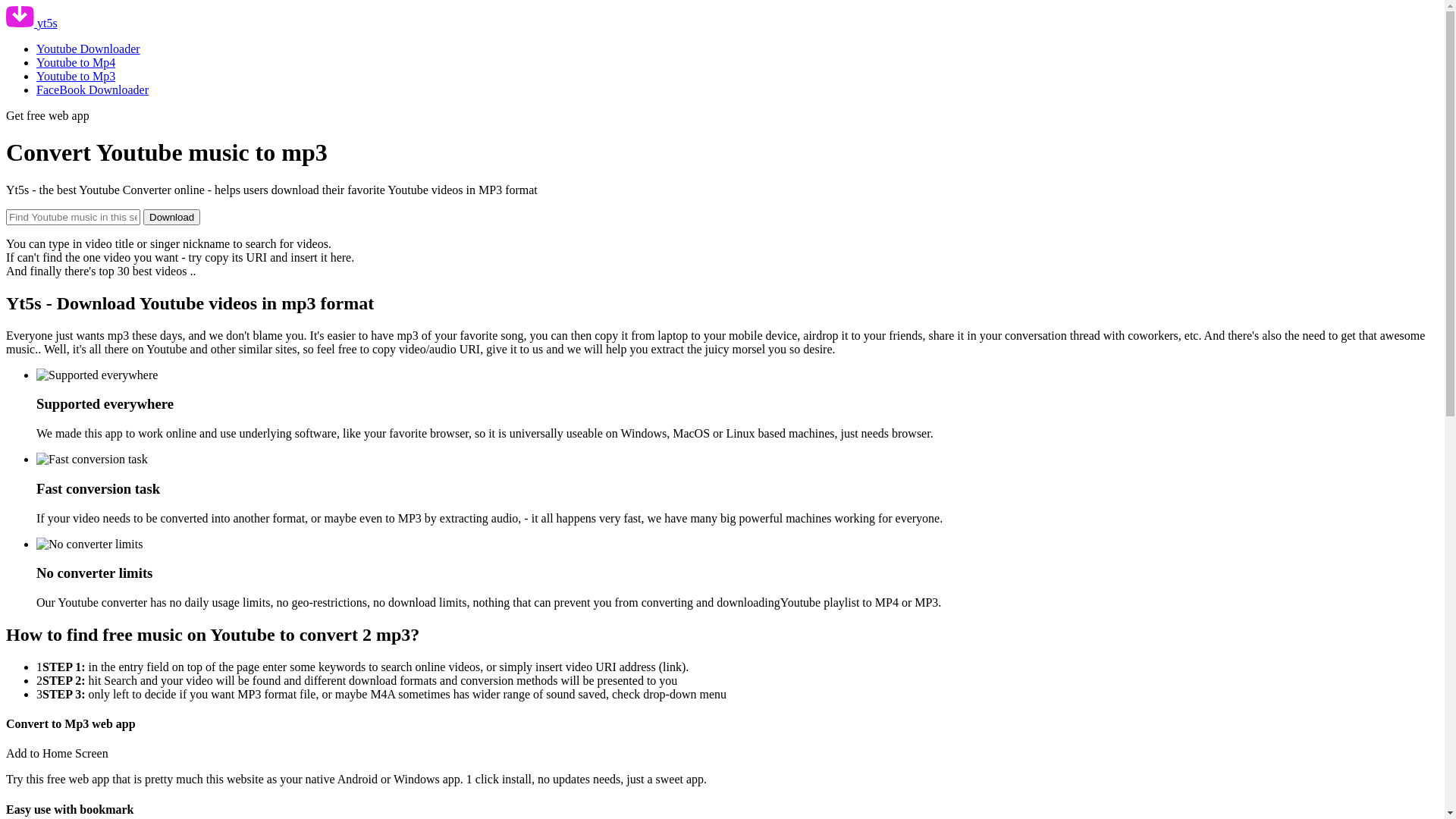 This screenshot has width=1456, height=819. What do you see at coordinates (75, 76) in the screenshot?
I see `'Youtube to Mp3'` at bounding box center [75, 76].